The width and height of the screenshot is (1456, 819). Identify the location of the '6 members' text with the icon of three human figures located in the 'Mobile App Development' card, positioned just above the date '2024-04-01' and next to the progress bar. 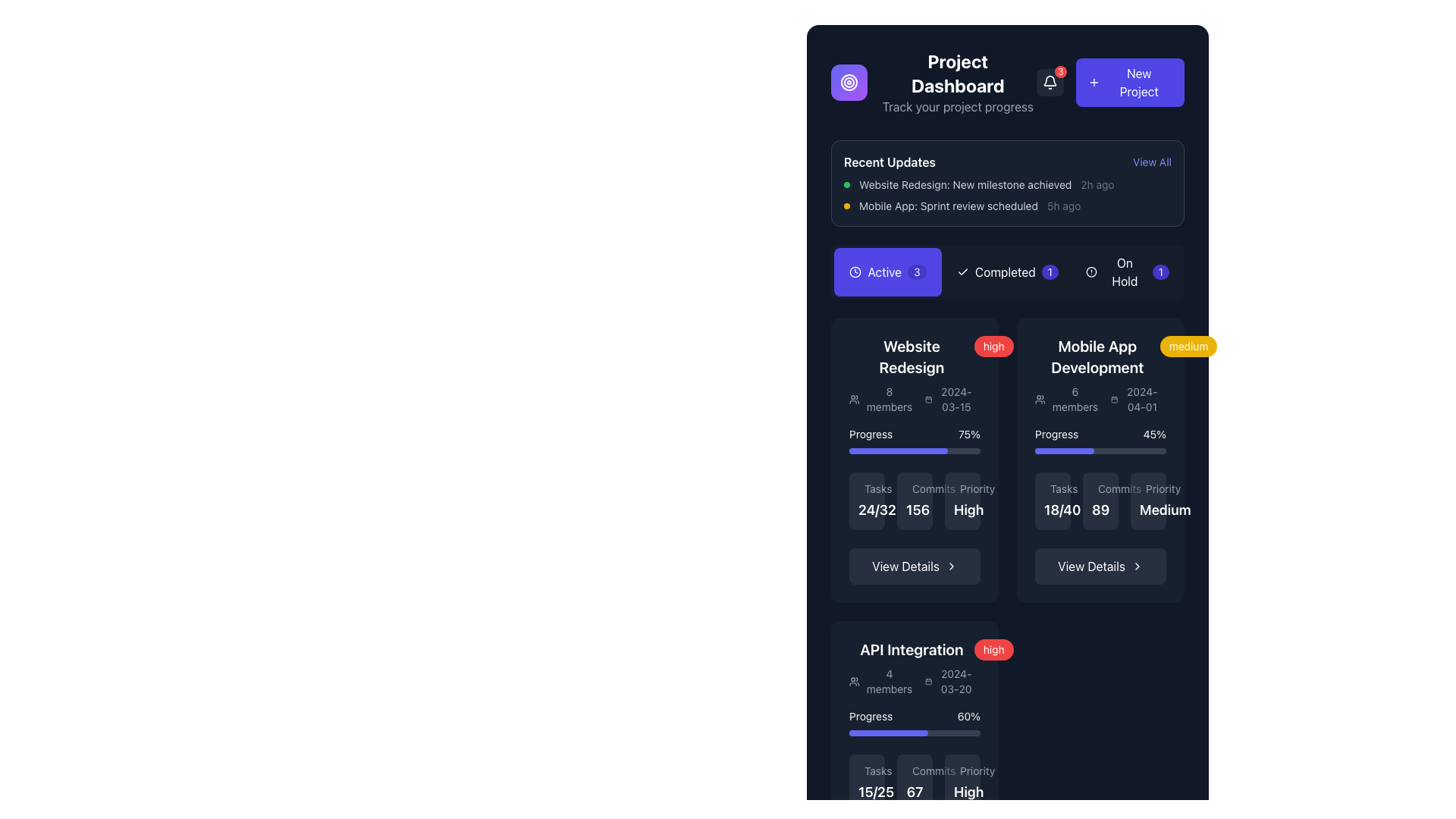
(1066, 399).